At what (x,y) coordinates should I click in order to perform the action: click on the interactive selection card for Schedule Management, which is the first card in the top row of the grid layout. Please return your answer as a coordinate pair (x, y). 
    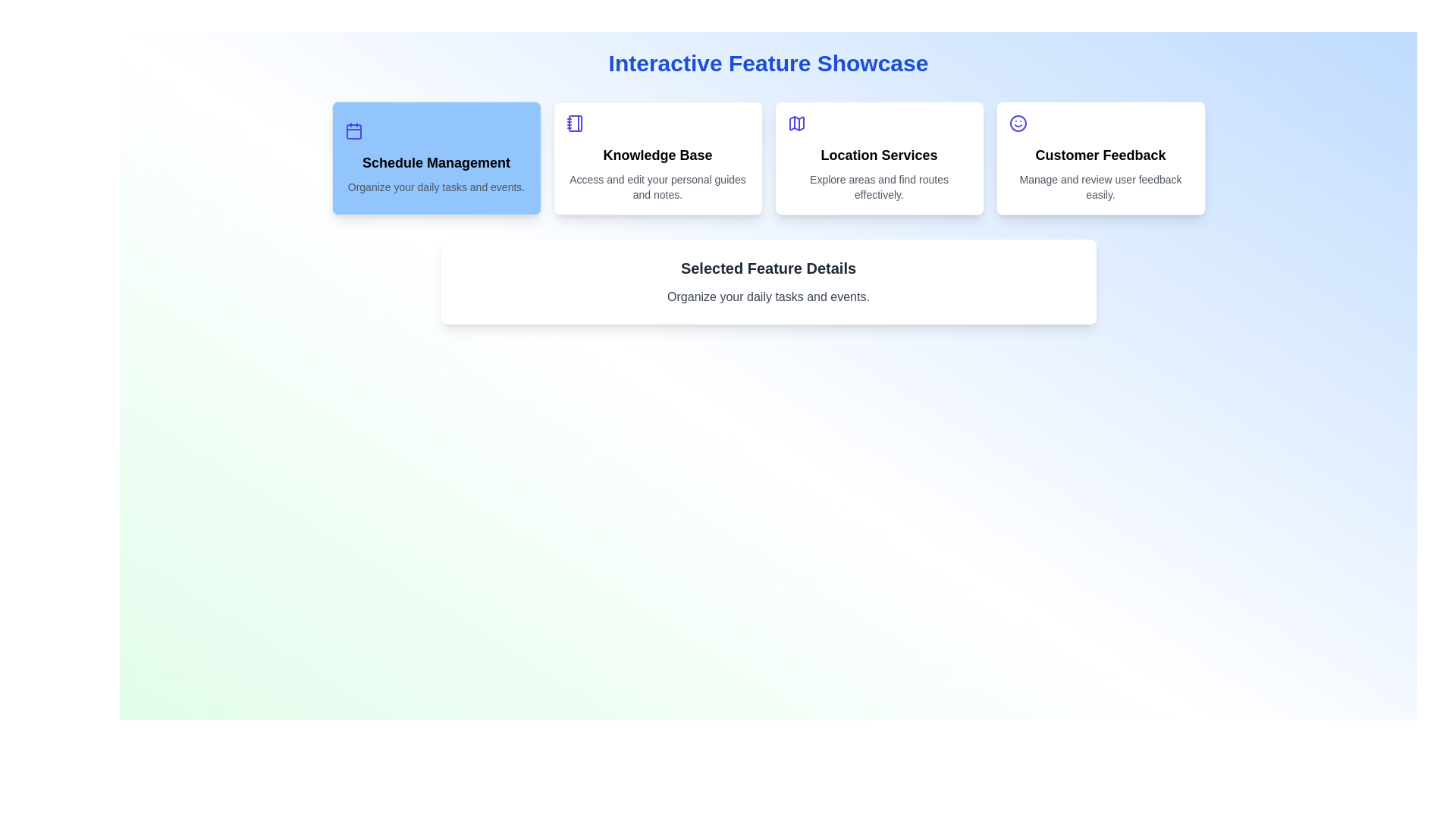
    Looking at the image, I should click on (435, 158).